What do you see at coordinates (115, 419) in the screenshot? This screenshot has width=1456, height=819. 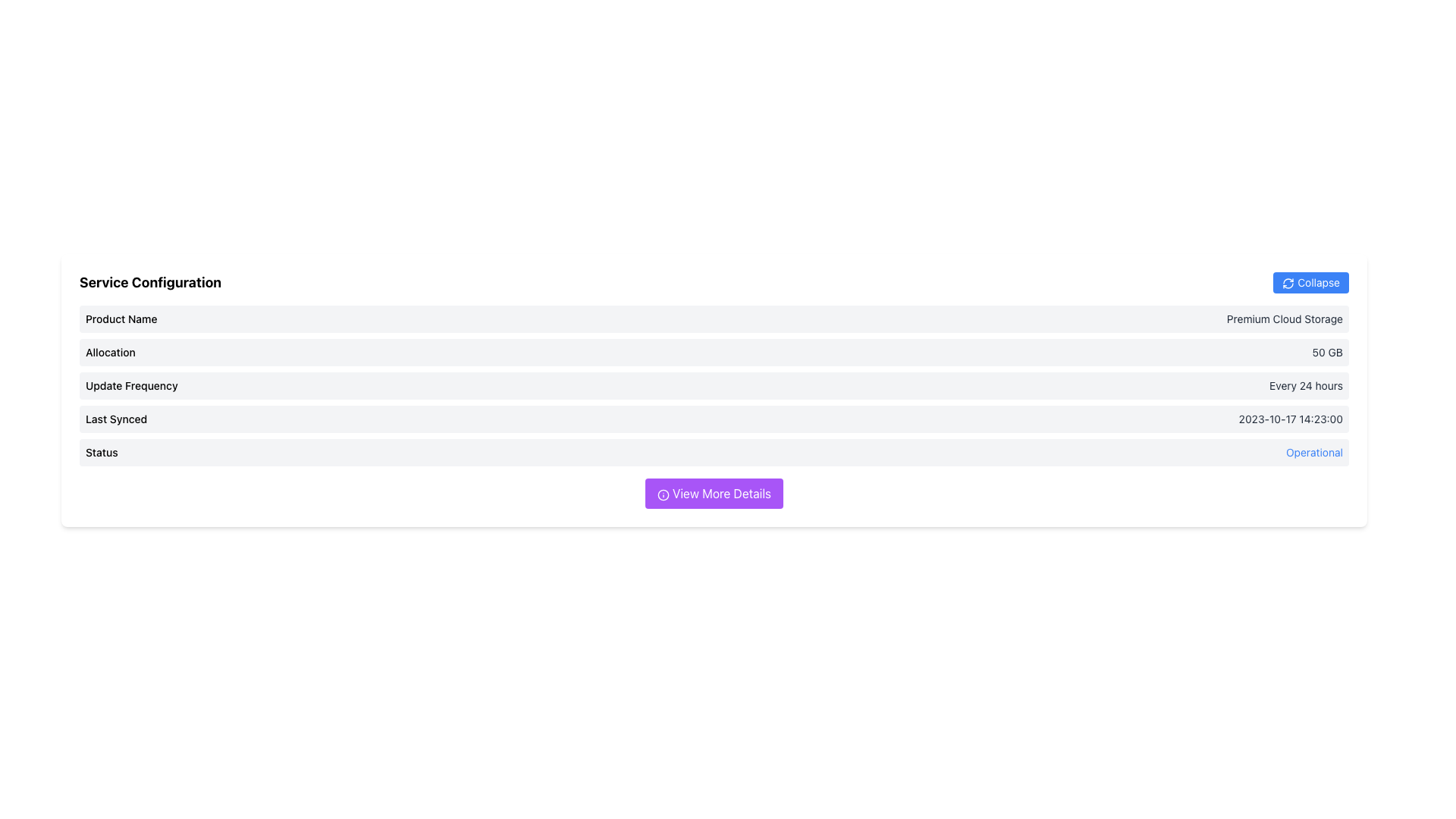 I see `the 'Last Synced' text label in the fourth row of the 'Service Configuration' section, which displays the last synchronization time` at bounding box center [115, 419].